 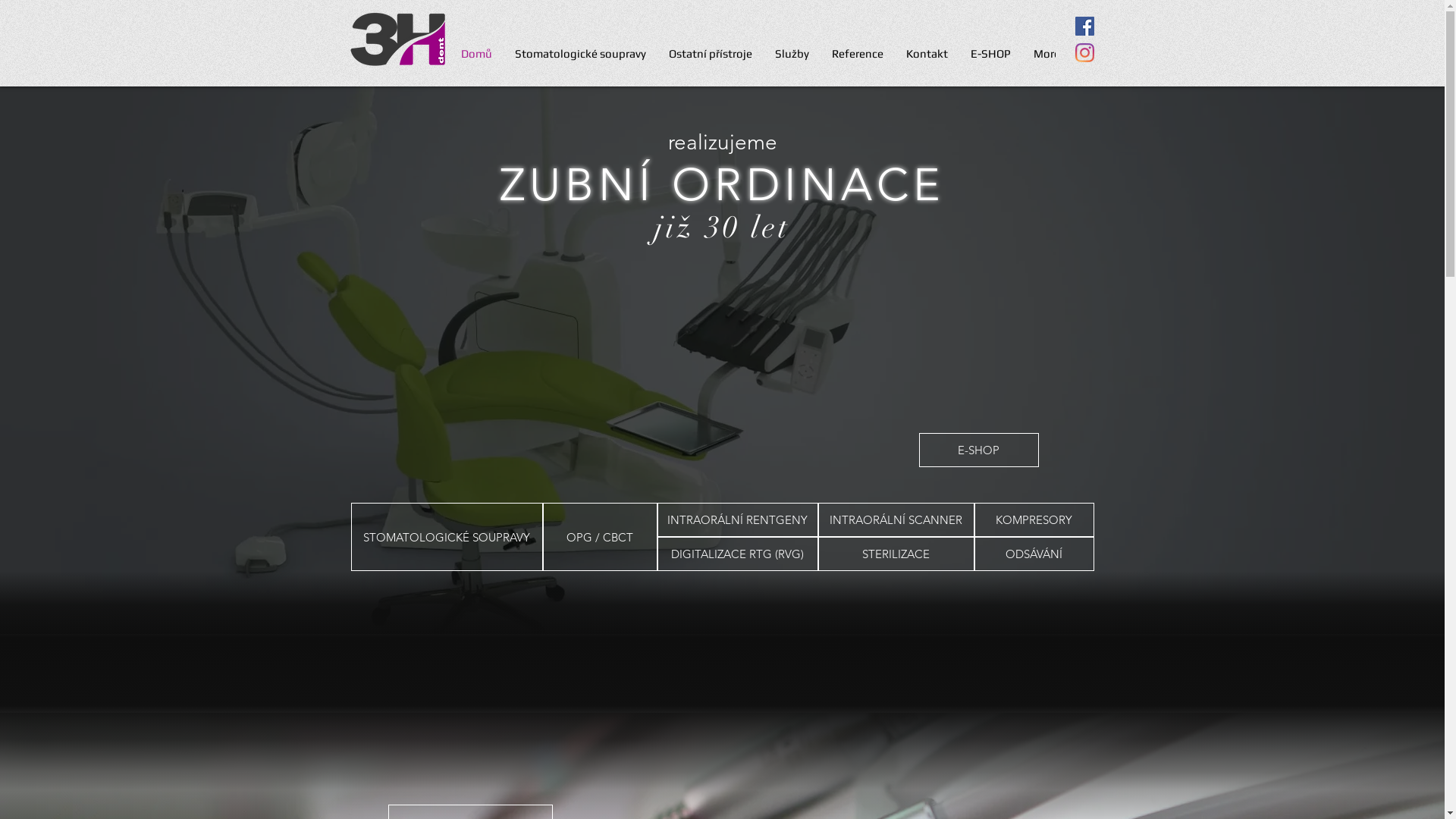 I want to click on 'E-SHOP', so click(x=979, y=449).